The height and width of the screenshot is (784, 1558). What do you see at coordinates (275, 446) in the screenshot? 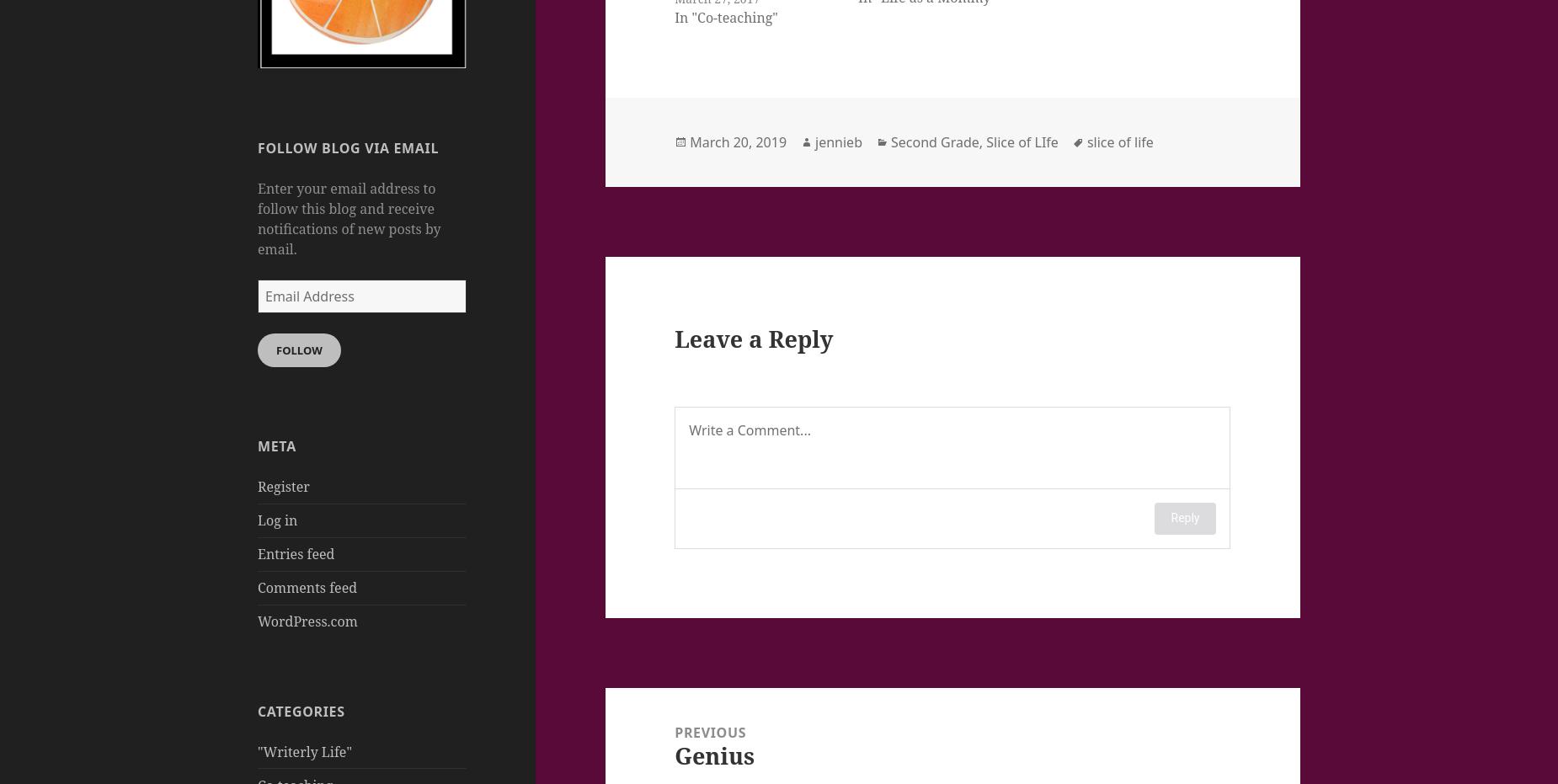
I see `'Meta'` at bounding box center [275, 446].